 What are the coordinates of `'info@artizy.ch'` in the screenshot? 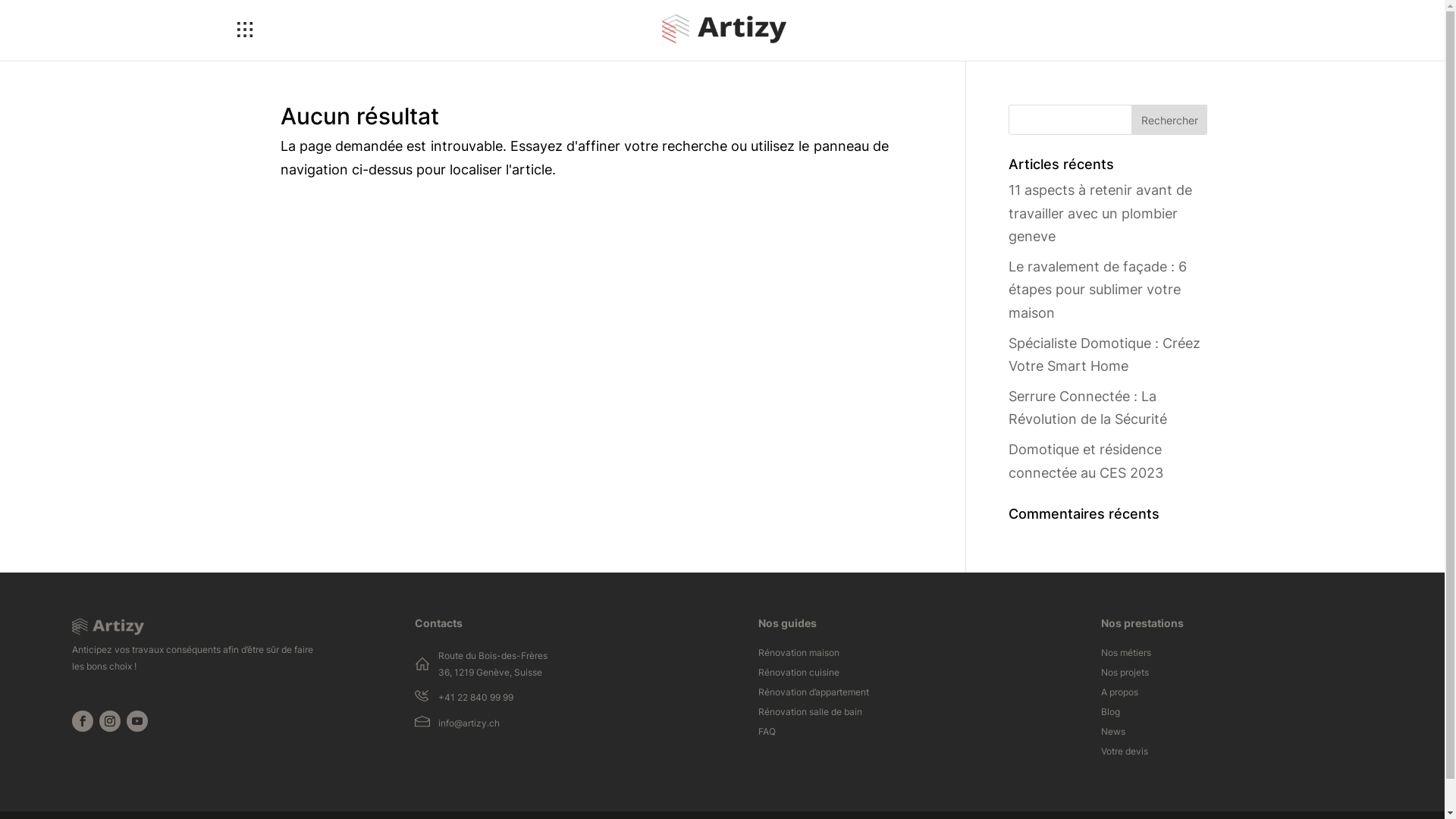 It's located at (468, 722).